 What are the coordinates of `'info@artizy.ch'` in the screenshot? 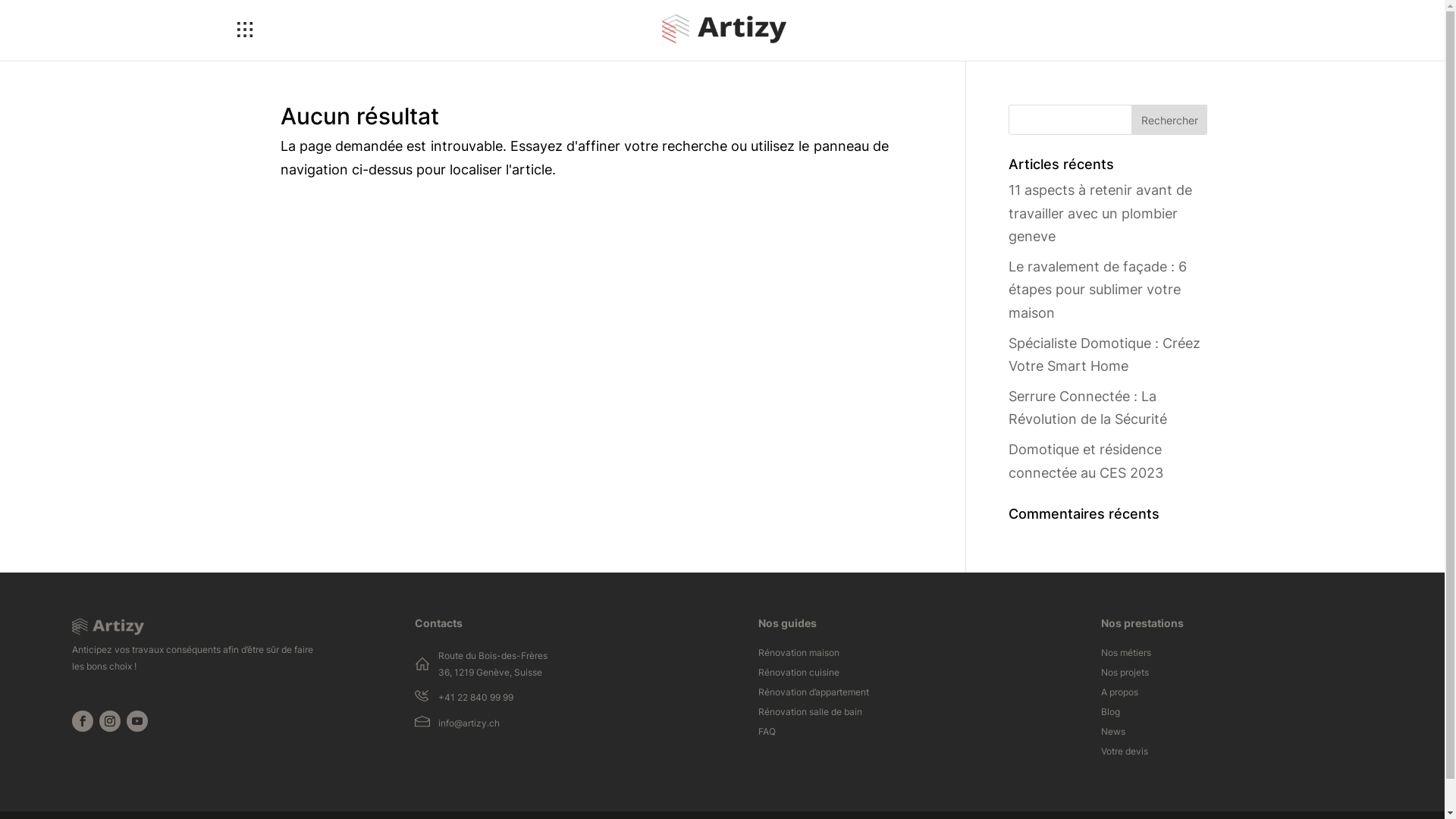 It's located at (468, 722).